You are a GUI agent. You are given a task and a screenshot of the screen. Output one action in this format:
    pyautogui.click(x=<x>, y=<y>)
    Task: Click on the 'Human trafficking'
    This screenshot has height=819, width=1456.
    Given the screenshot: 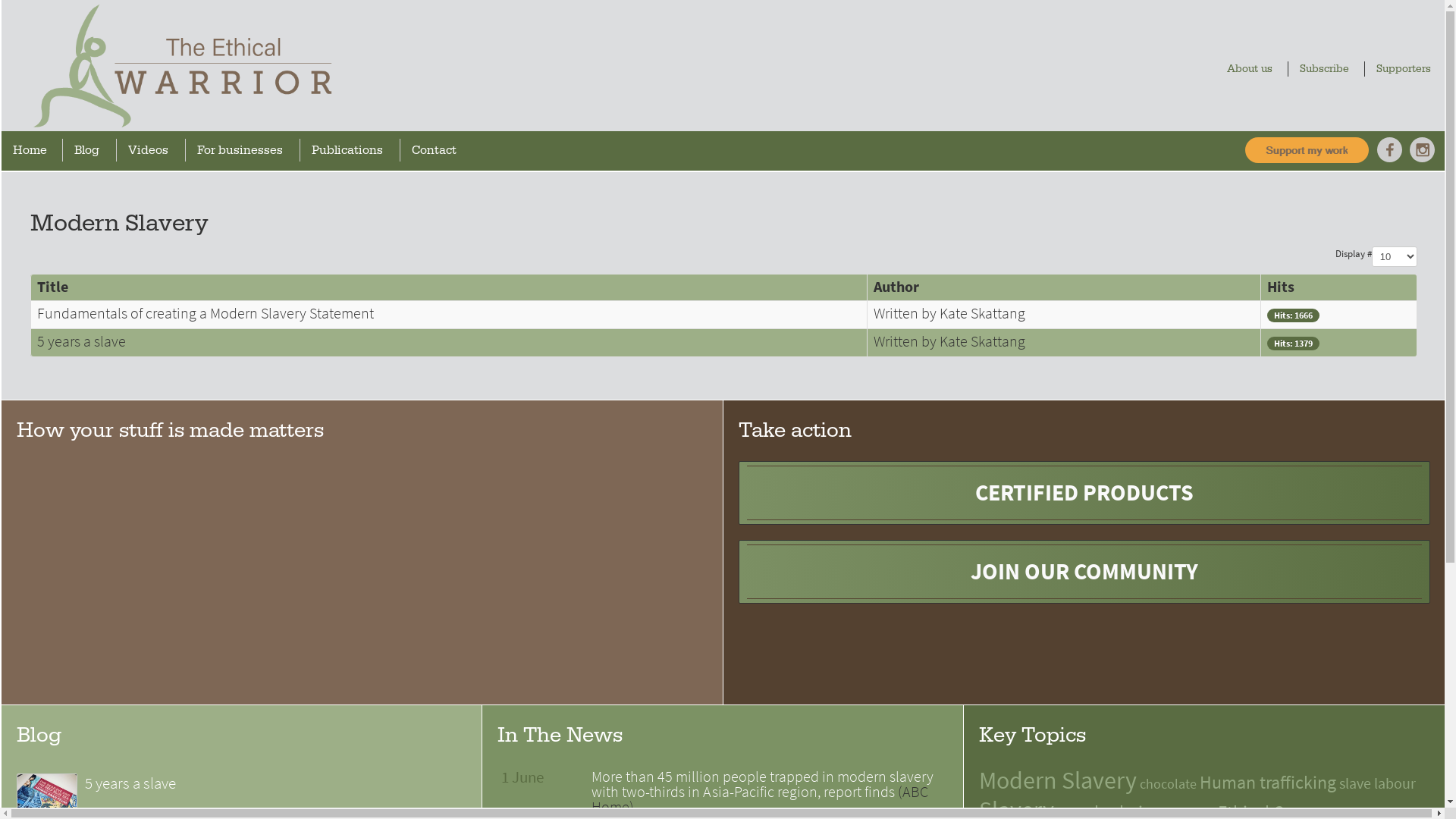 What is the action you would take?
    pyautogui.click(x=1267, y=782)
    